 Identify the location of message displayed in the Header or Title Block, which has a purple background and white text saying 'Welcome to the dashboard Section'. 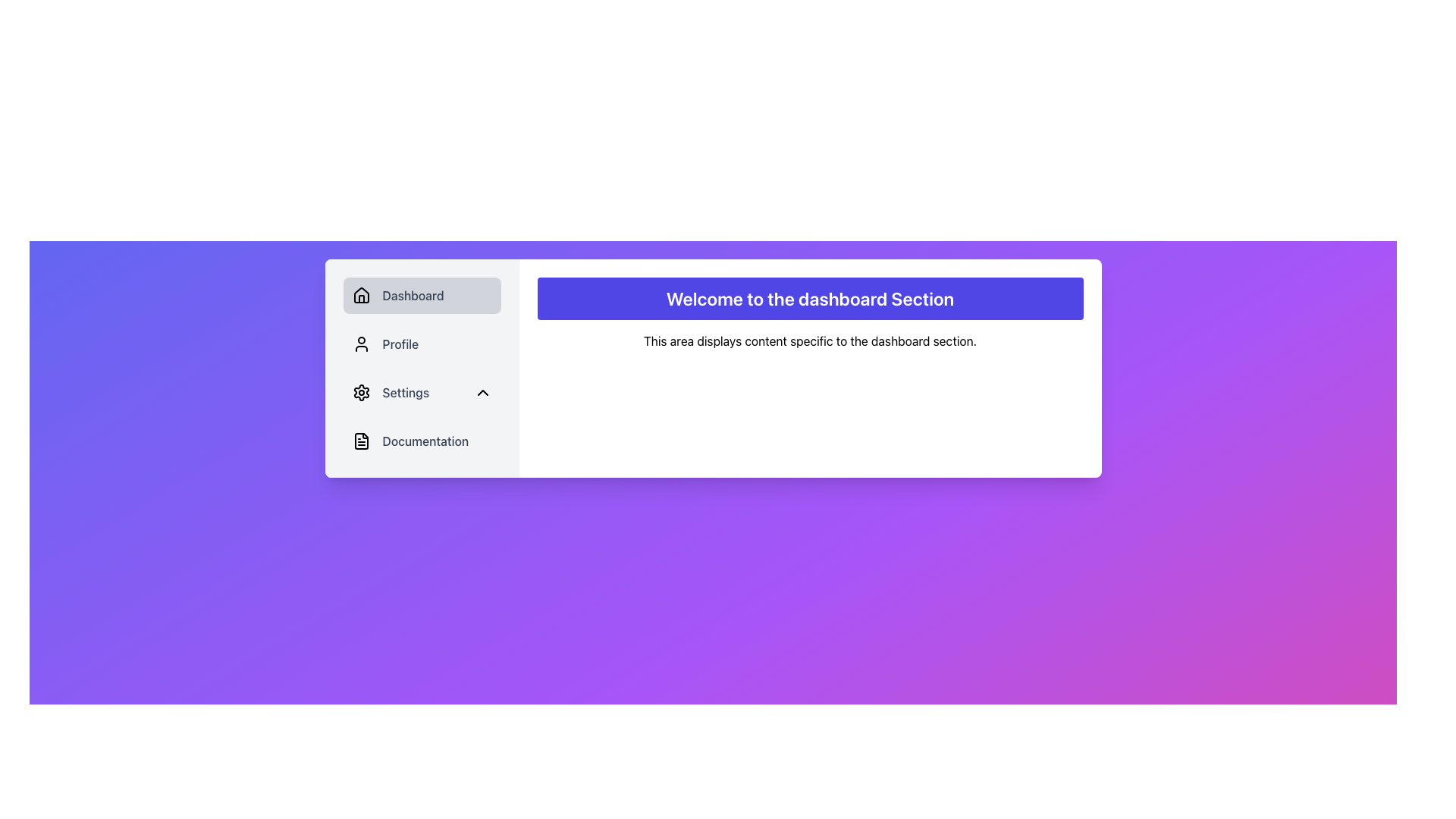
(809, 298).